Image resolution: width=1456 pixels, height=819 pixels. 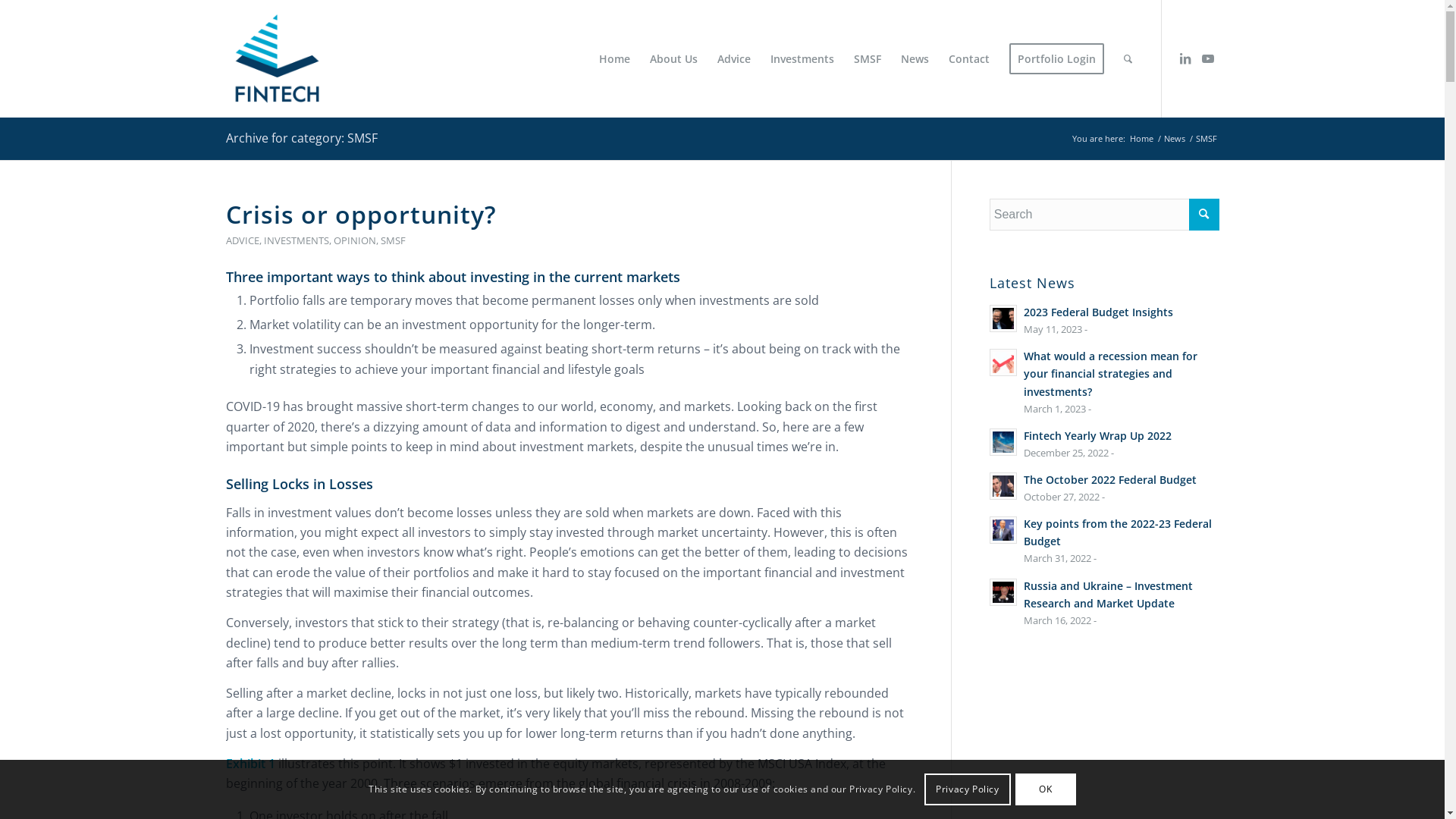 What do you see at coordinates (302, 137) in the screenshot?
I see `'Archive for category: SMSF'` at bounding box center [302, 137].